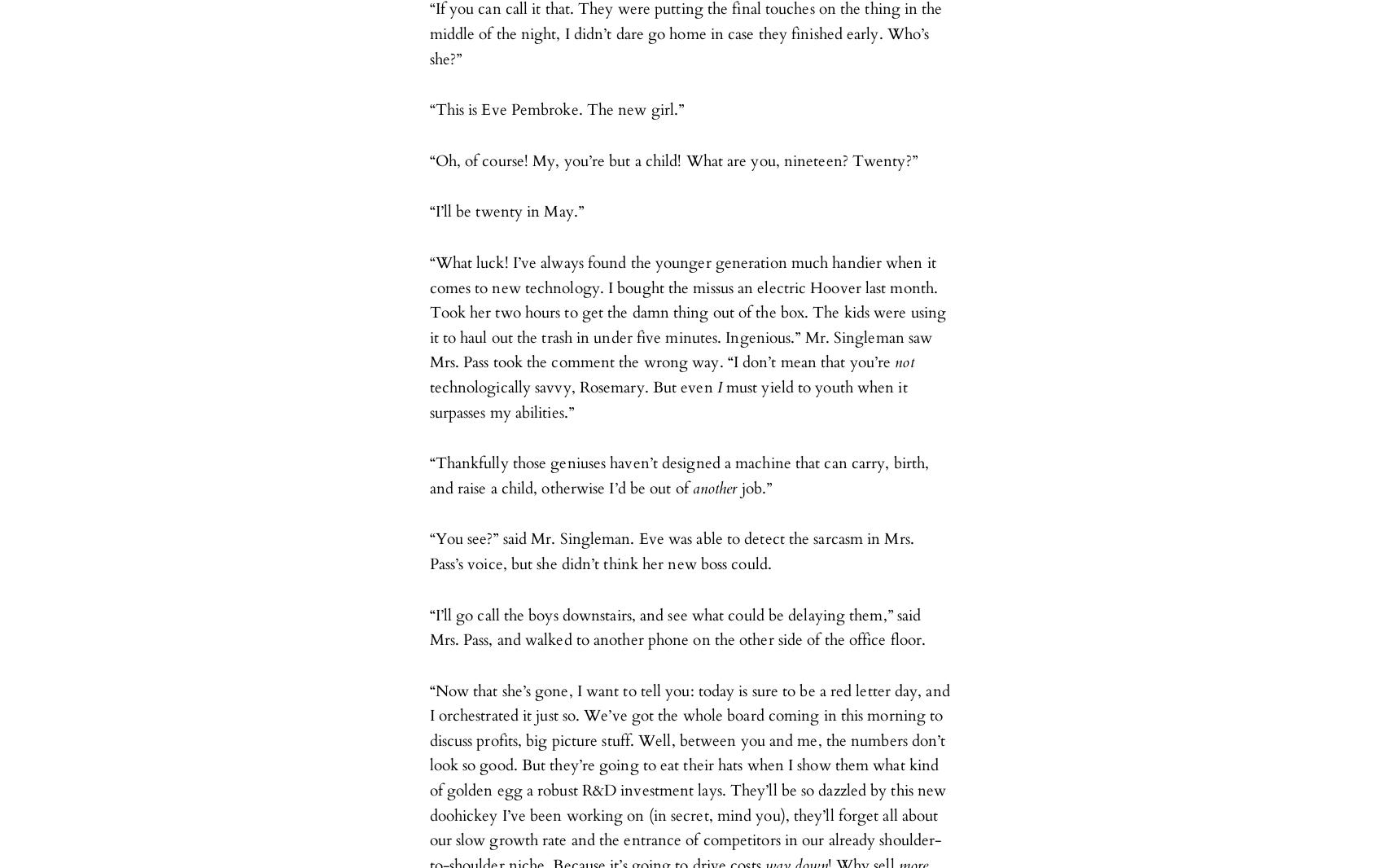 This screenshot has height=868, width=1380. I want to click on 'technologically savvy, Rosemary. But even', so click(428, 387).